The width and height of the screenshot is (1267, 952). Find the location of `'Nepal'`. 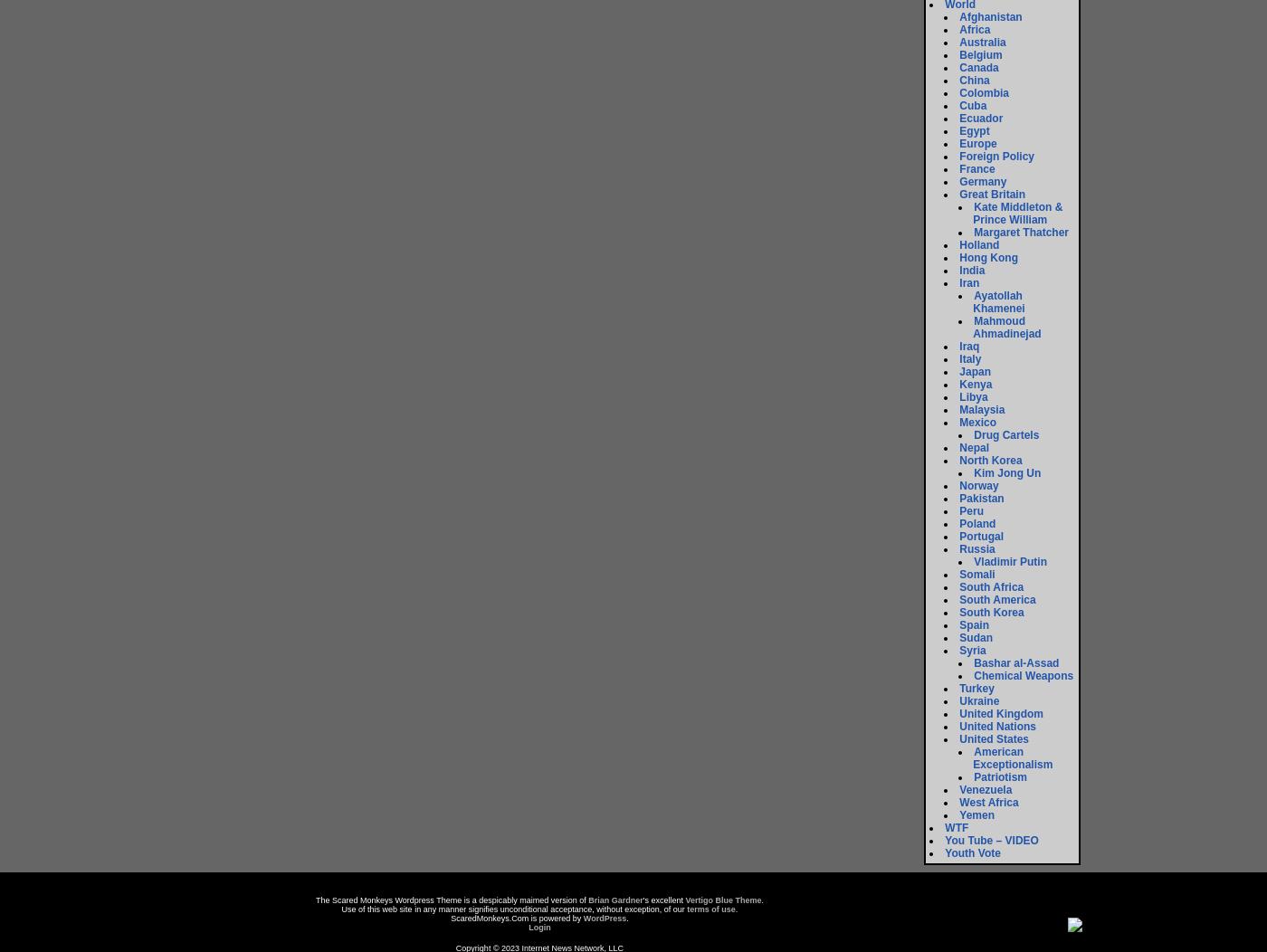

'Nepal' is located at coordinates (974, 446).